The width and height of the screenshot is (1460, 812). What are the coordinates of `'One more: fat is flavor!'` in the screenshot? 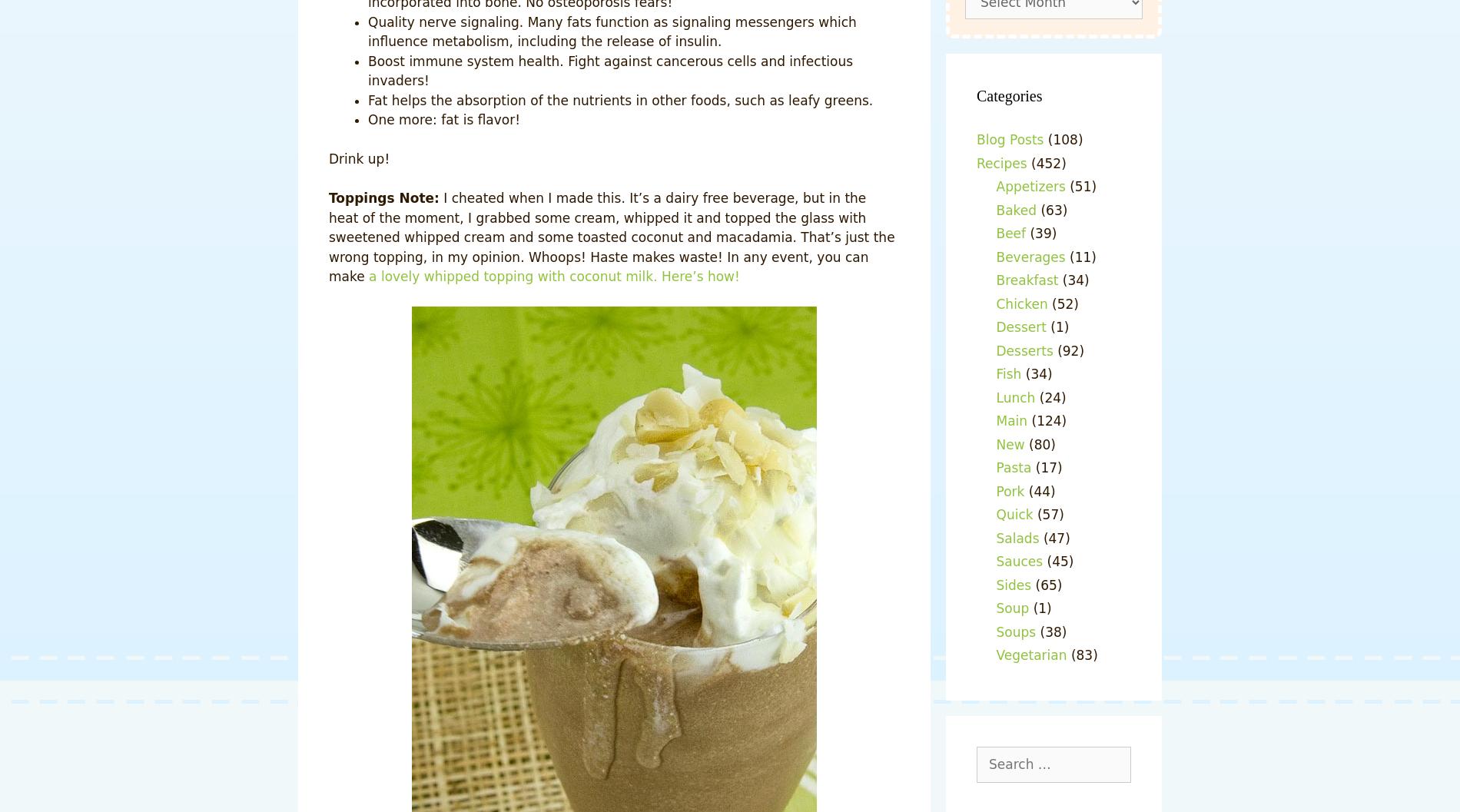 It's located at (443, 120).